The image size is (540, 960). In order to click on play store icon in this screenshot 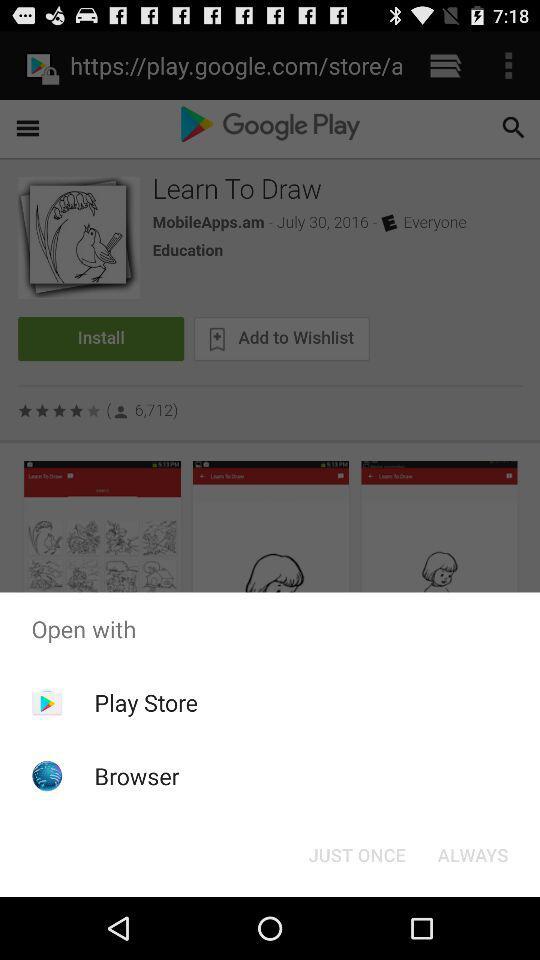, I will do `click(145, 702)`.